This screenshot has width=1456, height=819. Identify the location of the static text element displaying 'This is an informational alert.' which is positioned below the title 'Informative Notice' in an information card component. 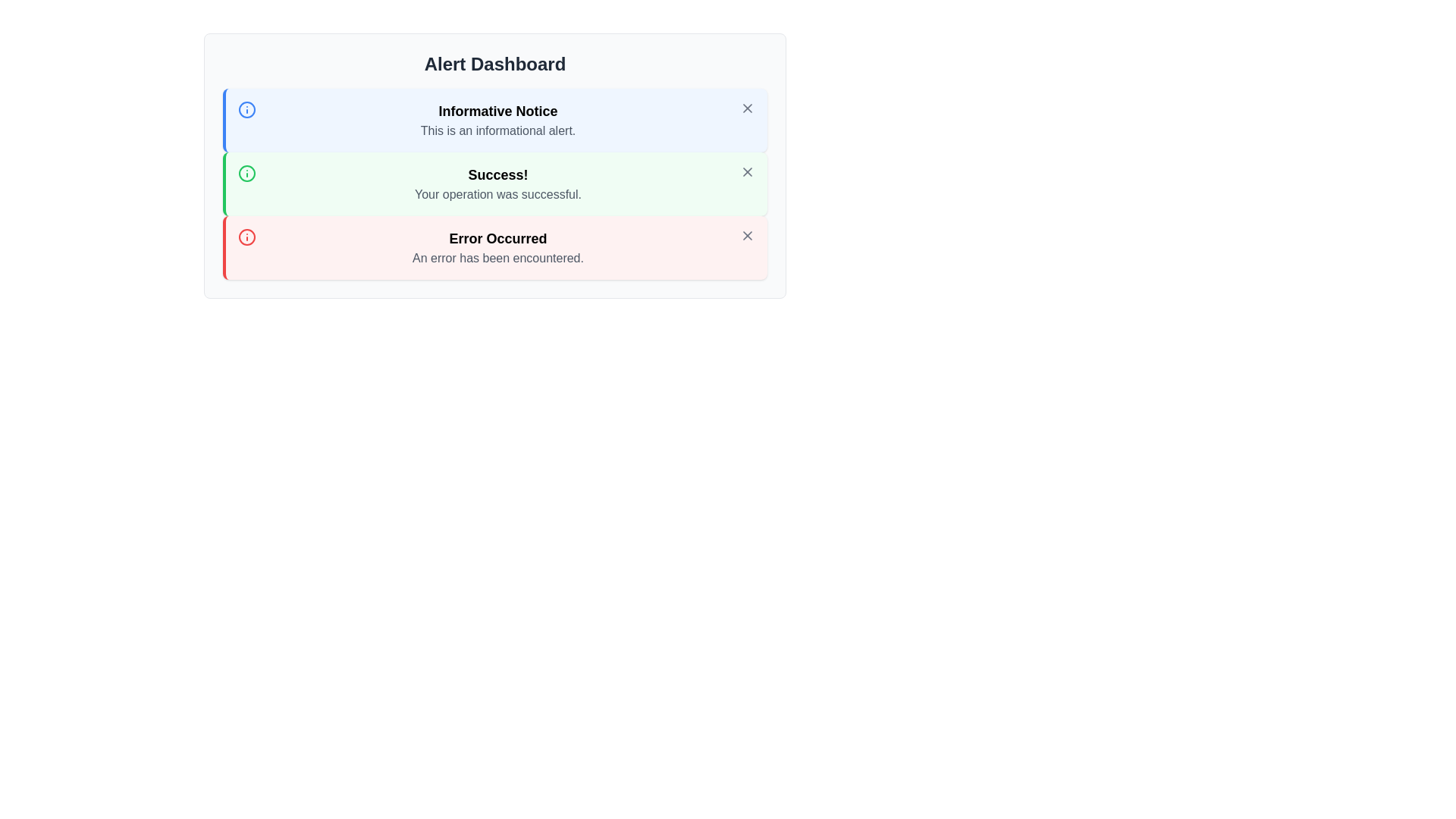
(498, 130).